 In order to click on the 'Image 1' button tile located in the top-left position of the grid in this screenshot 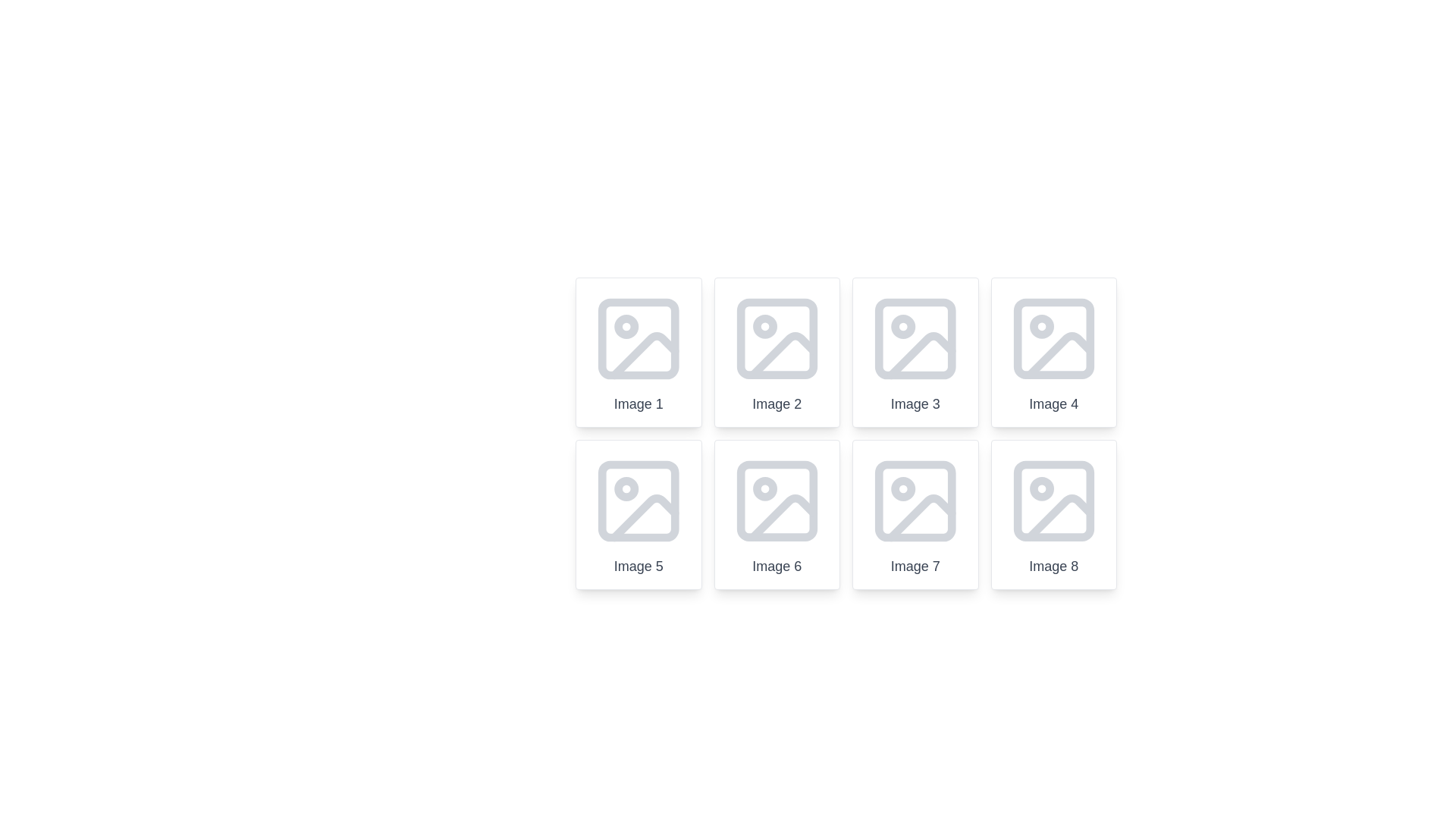, I will do `click(639, 353)`.